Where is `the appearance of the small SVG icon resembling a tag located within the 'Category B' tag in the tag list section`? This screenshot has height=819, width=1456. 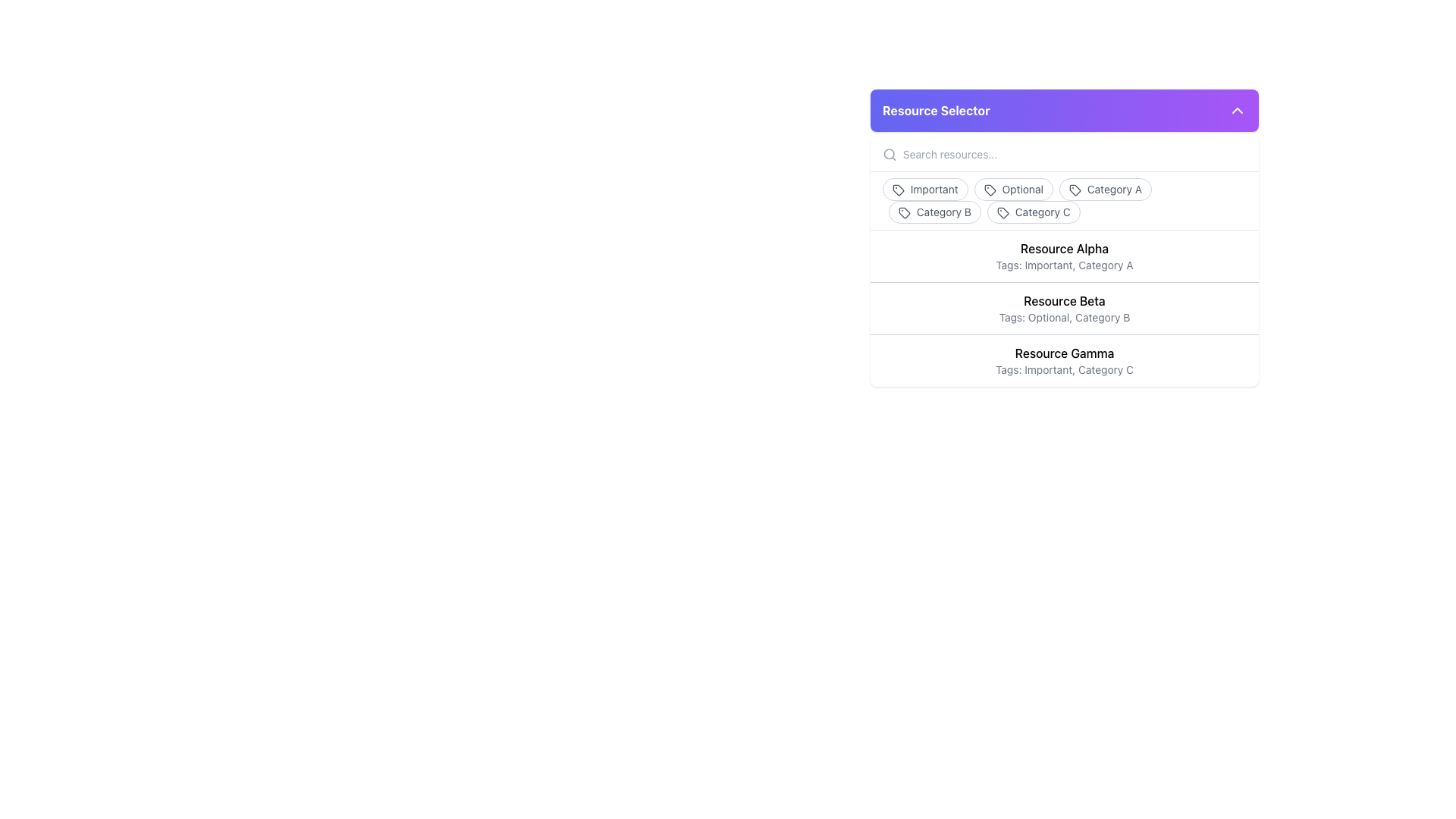
the appearance of the small SVG icon resembling a tag located within the 'Category B' tag in the tag list section is located at coordinates (905, 213).